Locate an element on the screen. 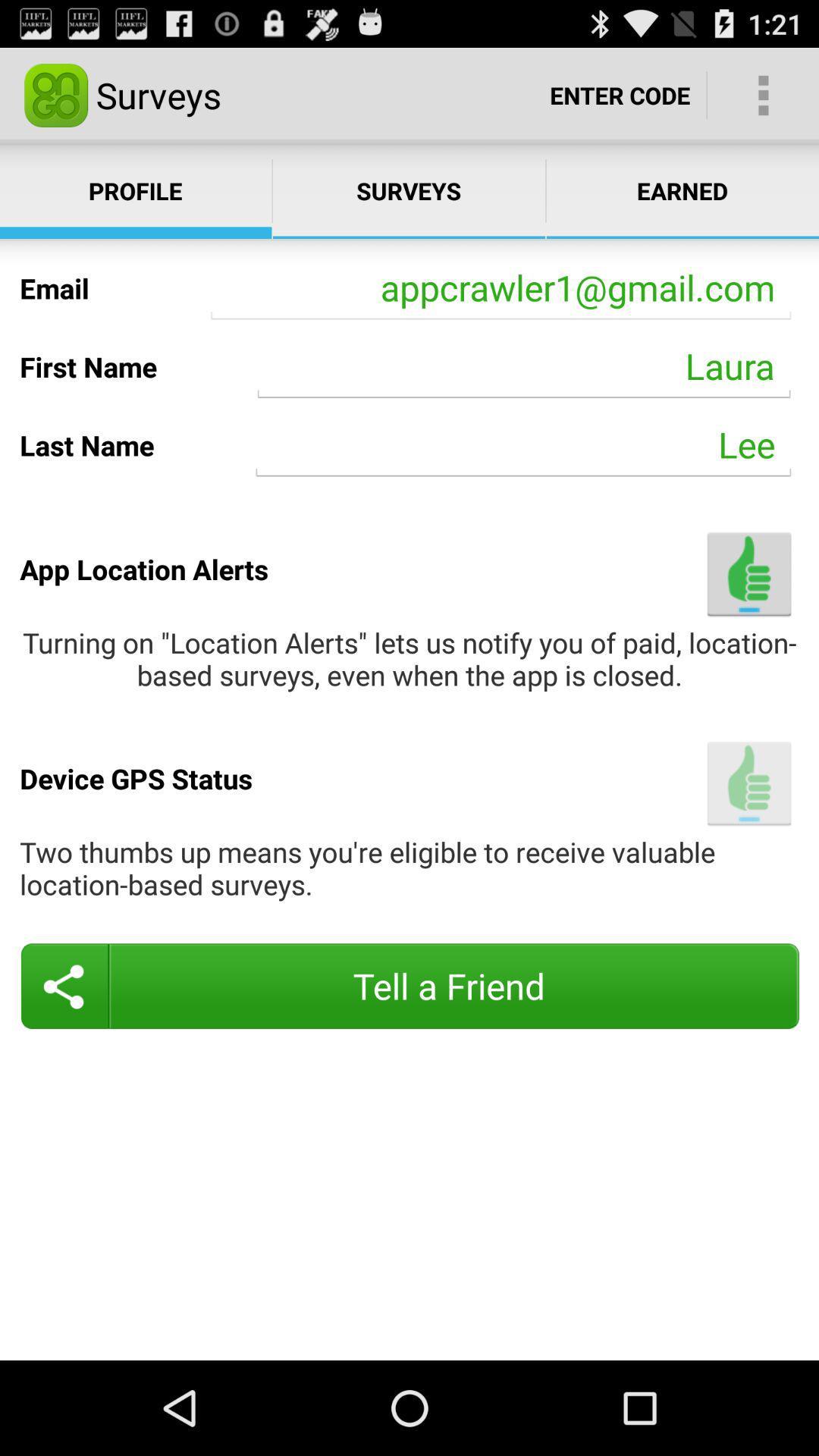 This screenshot has height=1456, width=819. the icon to the right of device gps status is located at coordinates (748, 783).